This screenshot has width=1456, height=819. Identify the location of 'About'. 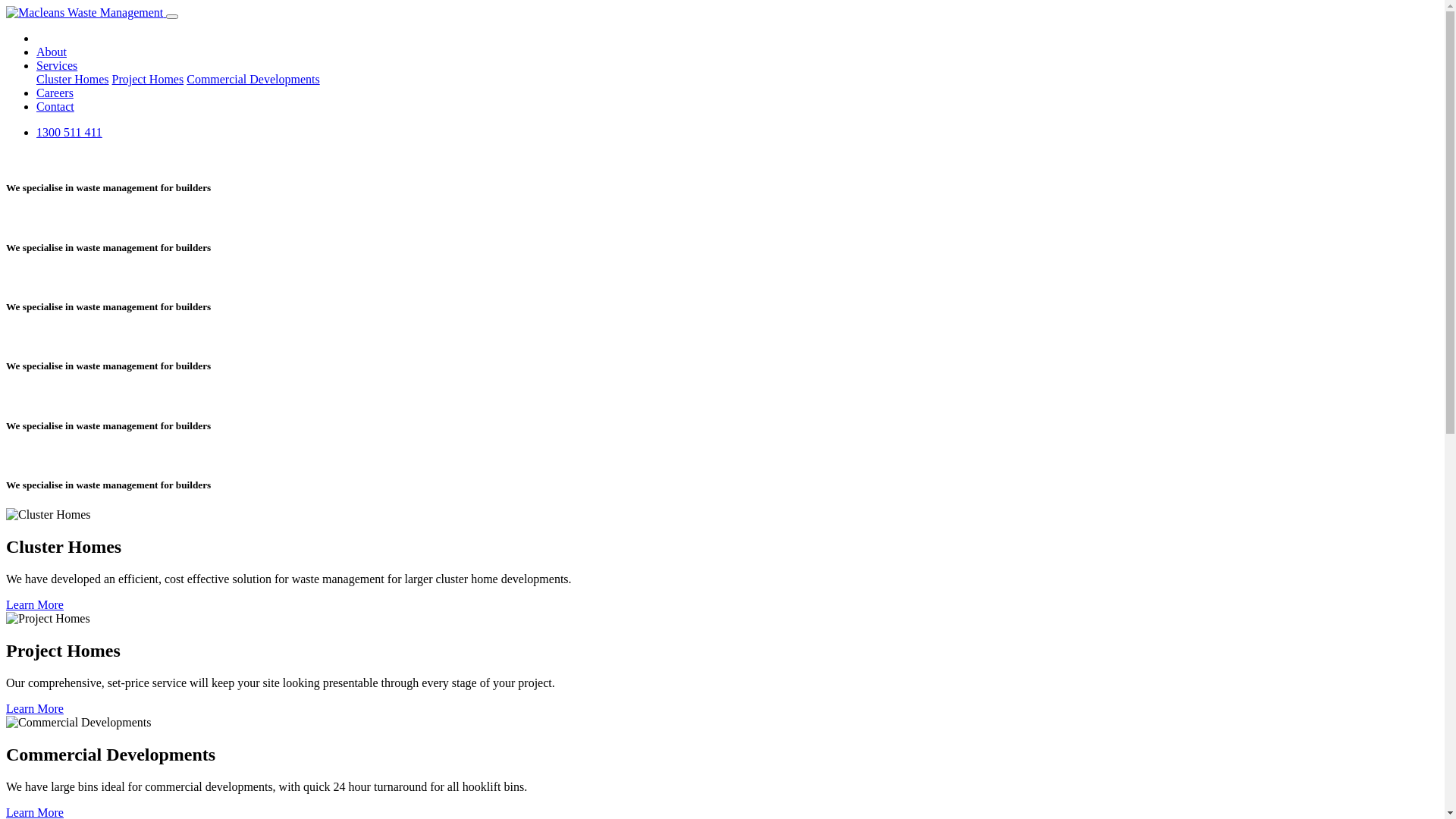
(51, 51).